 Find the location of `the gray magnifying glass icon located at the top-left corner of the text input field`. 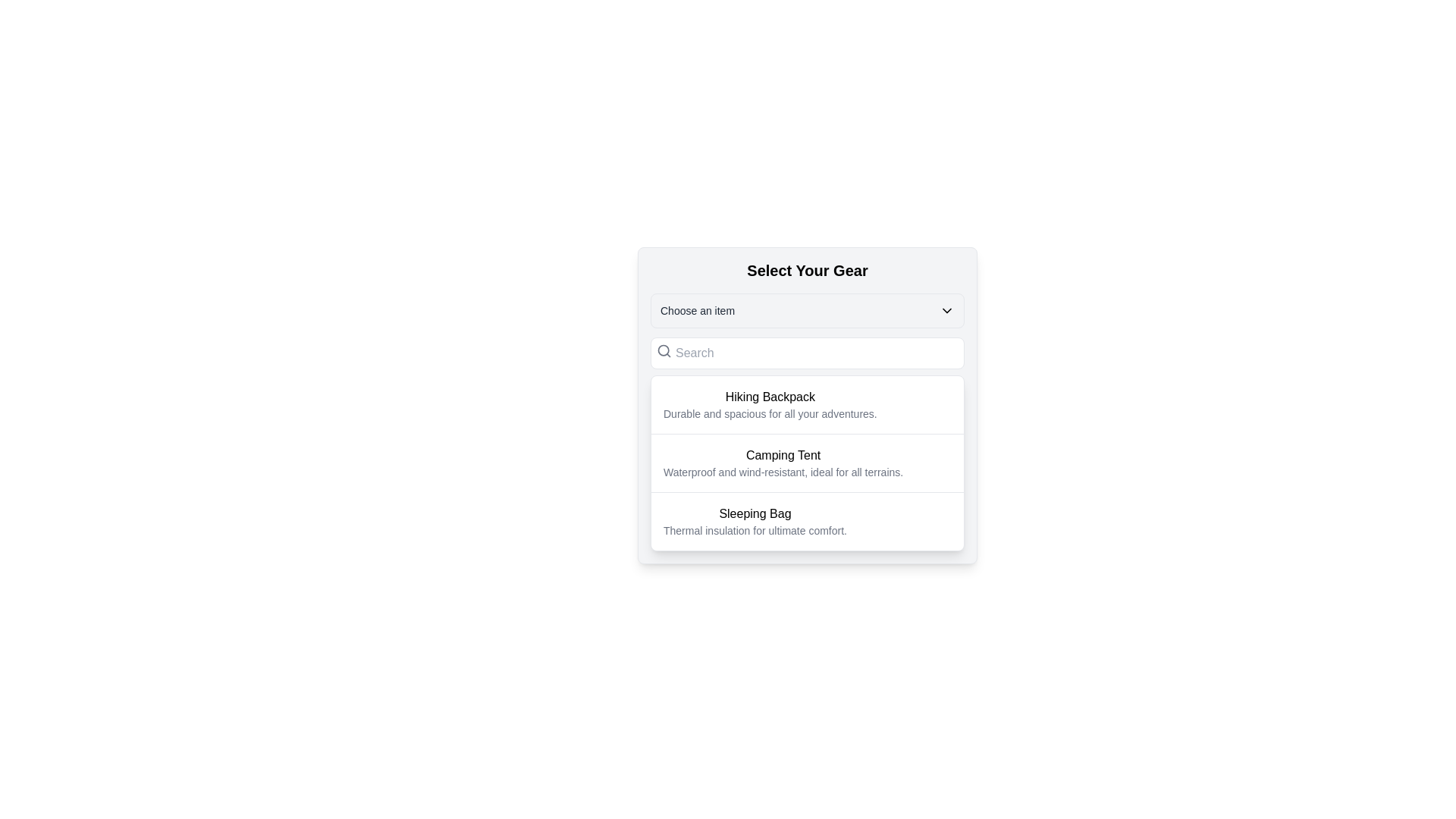

the gray magnifying glass icon located at the top-left corner of the text input field is located at coordinates (664, 350).